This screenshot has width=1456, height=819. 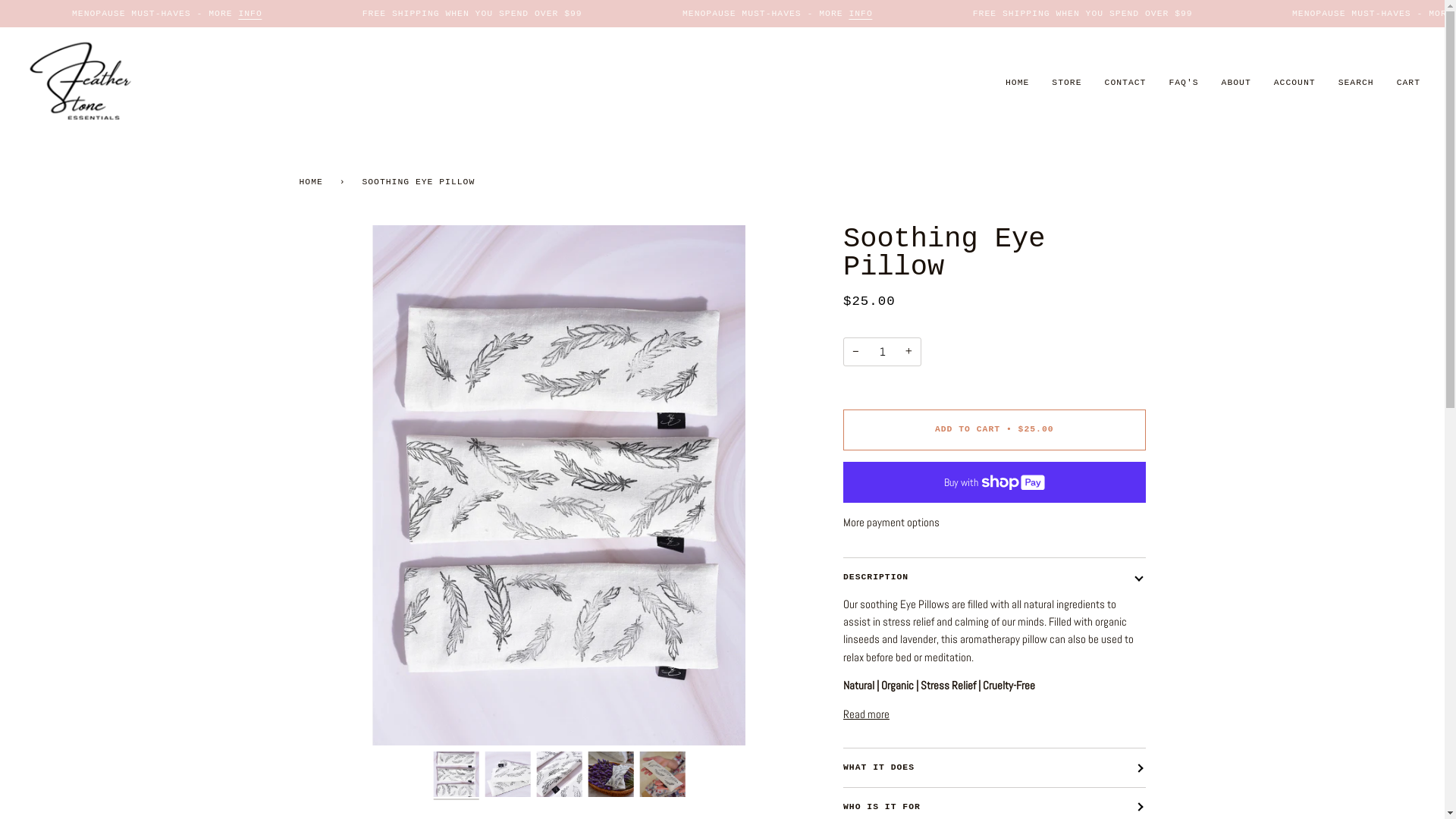 I want to click on 'STORE', so click(x=1065, y=82).